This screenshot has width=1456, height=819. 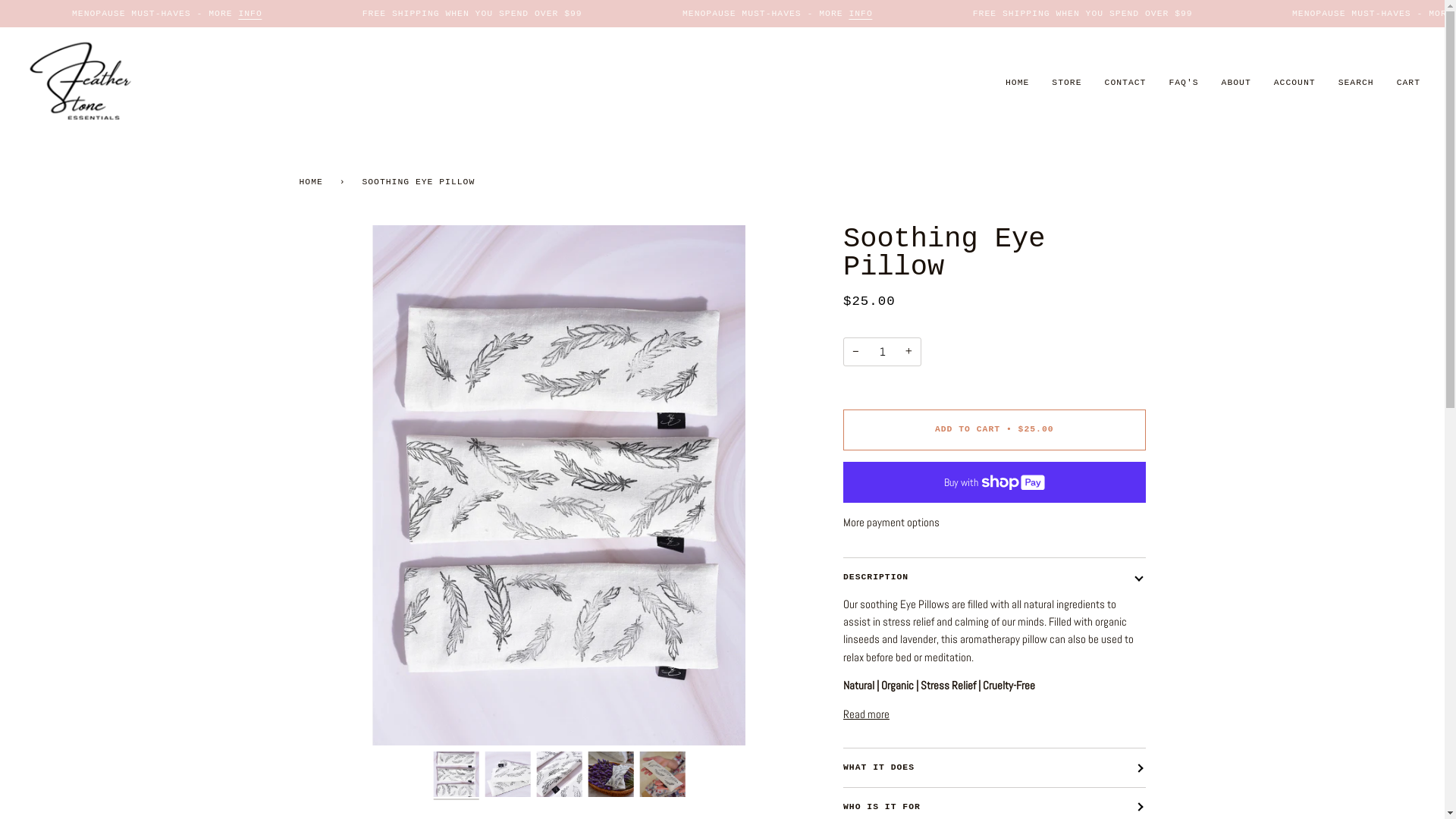 I want to click on 'STORE', so click(x=1065, y=82).